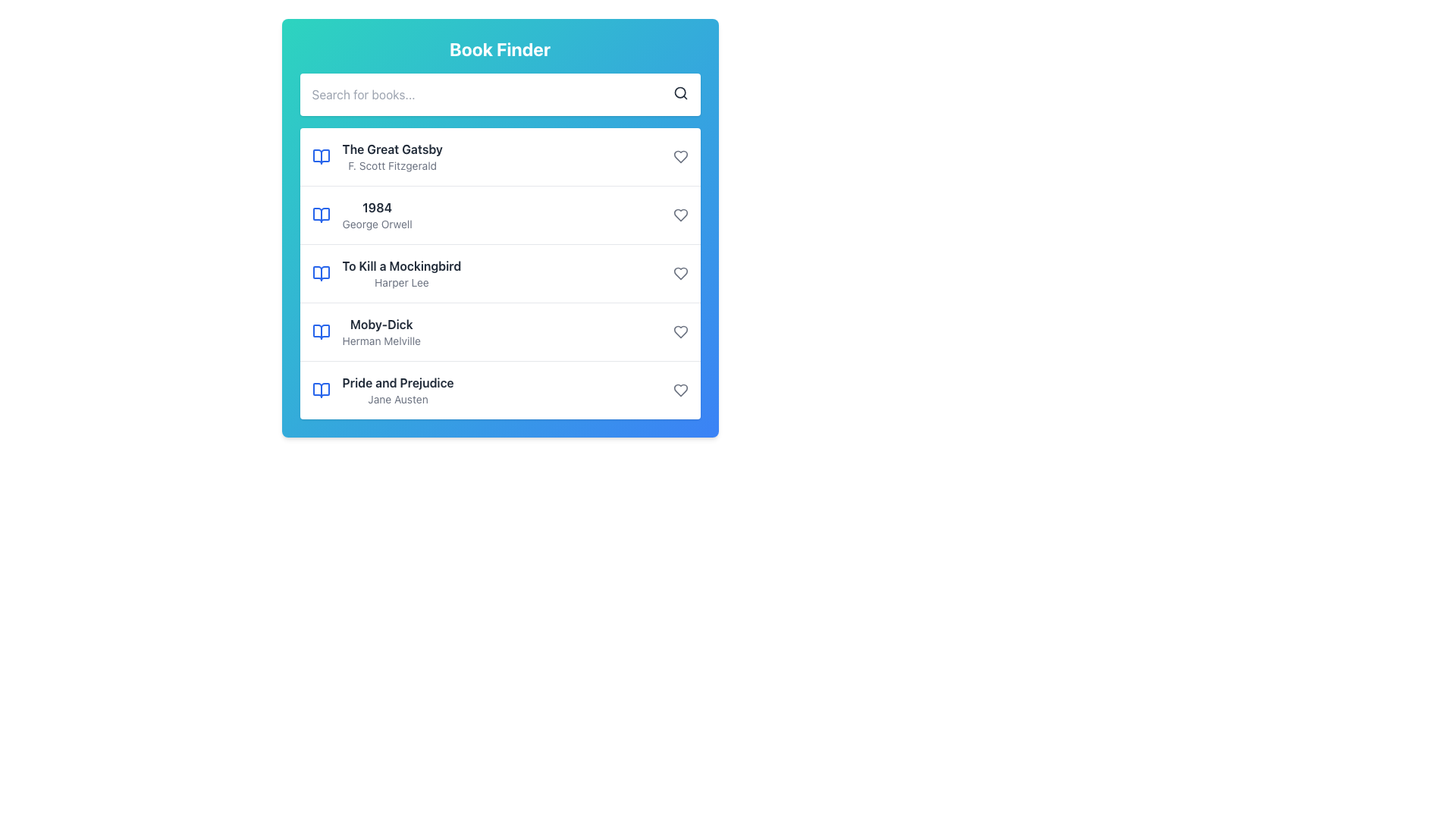 Image resolution: width=1456 pixels, height=819 pixels. Describe the element at coordinates (392, 166) in the screenshot. I see `the static text label providing information about the author of 'The Great Gatsby', which is positioned below the title in the book entry list` at that location.